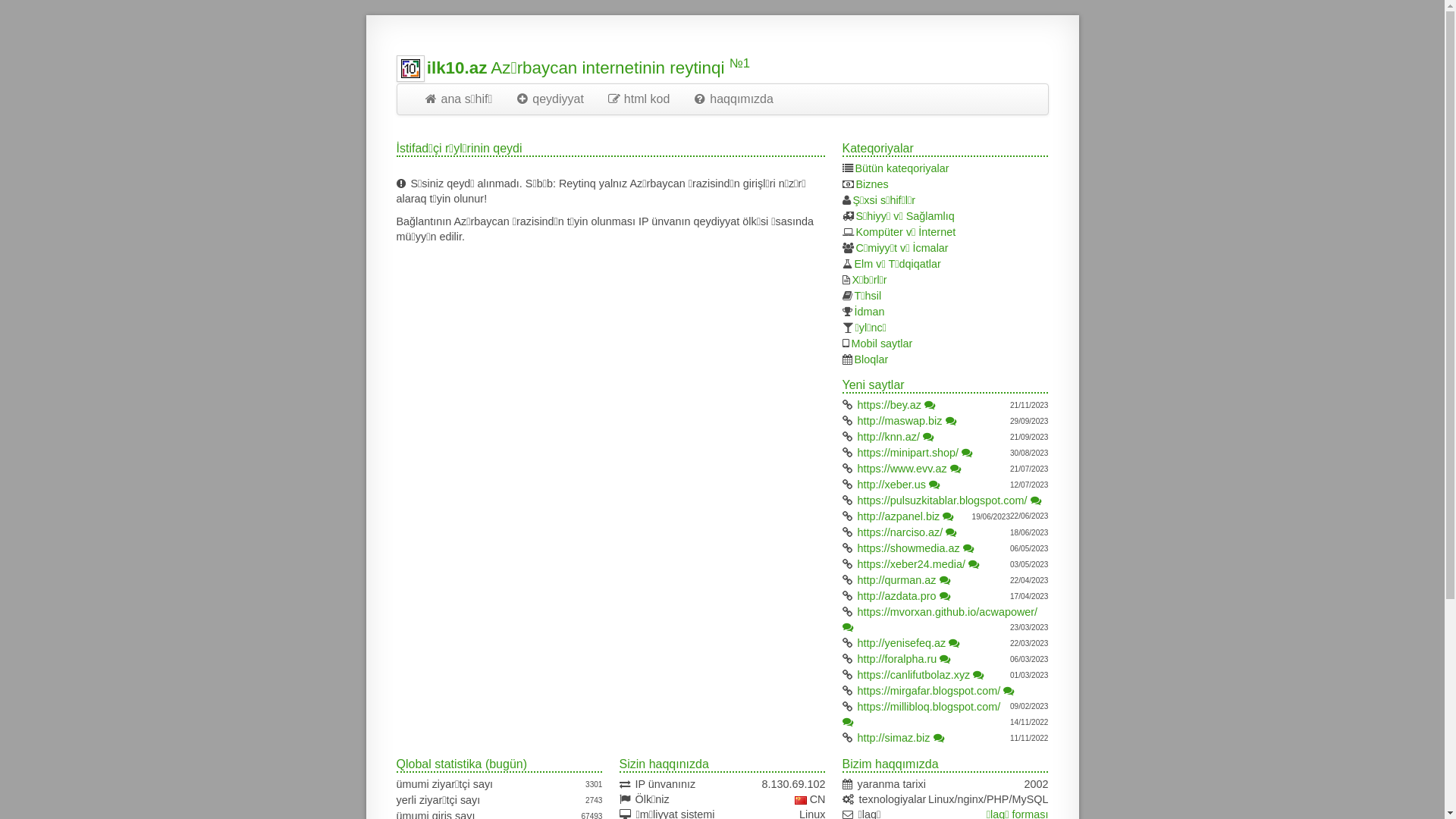  What do you see at coordinates (899, 421) in the screenshot?
I see `'http://maswap.biz'` at bounding box center [899, 421].